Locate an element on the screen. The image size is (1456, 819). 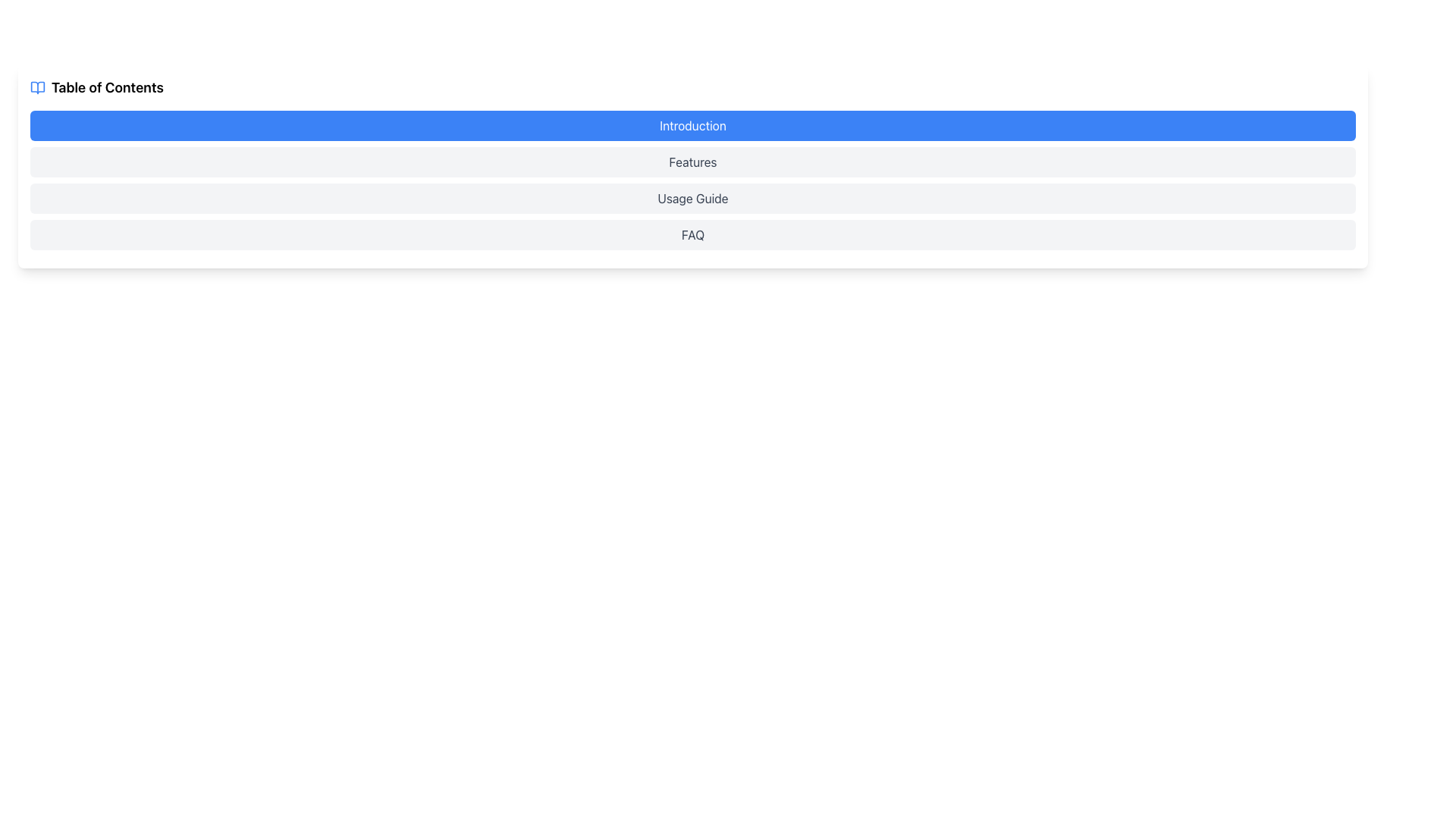
the 'Introduction' Navigation tab, which has a blue background and white text, located at the top of the vertical list of tabs is located at coordinates (692, 124).